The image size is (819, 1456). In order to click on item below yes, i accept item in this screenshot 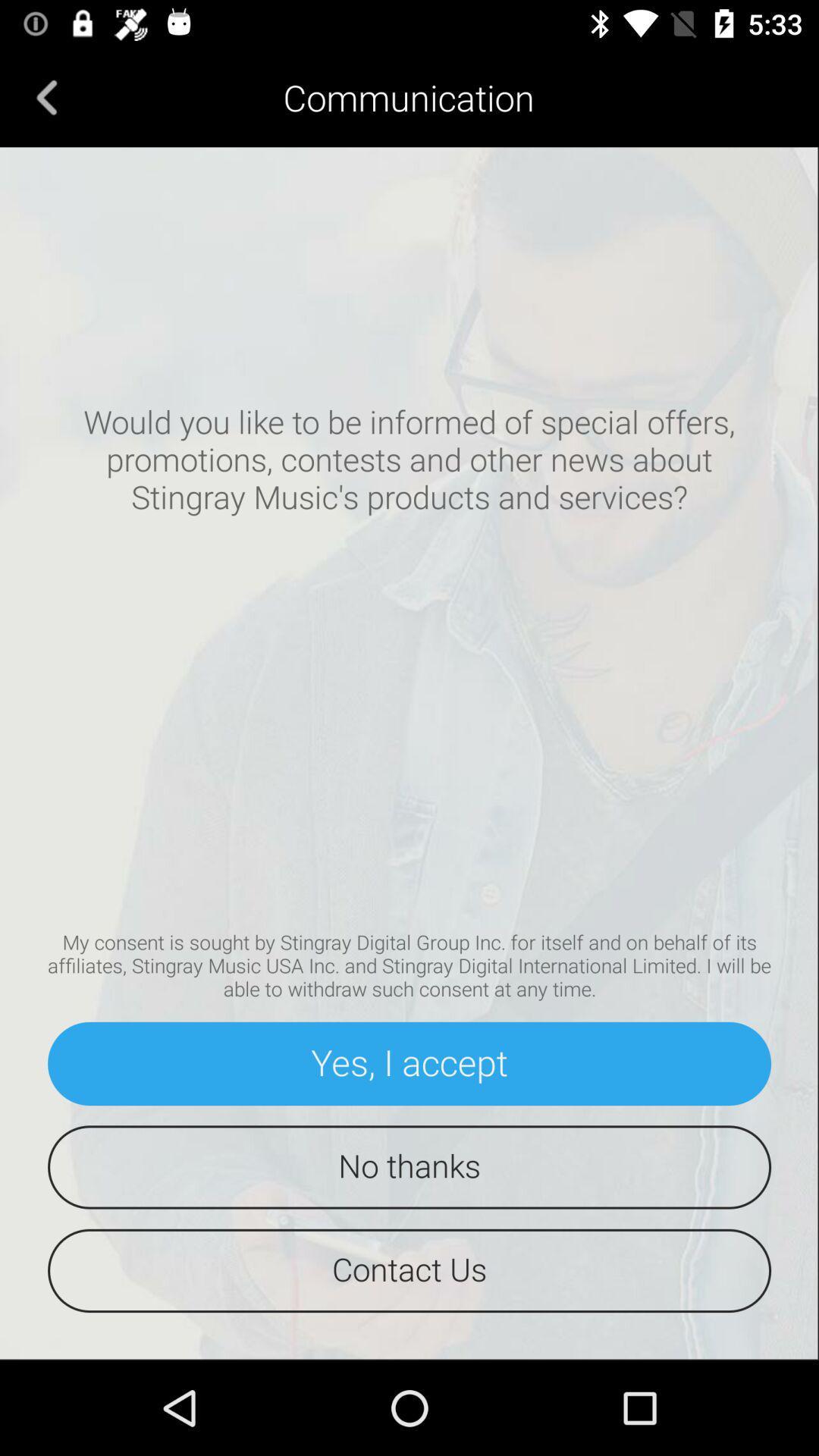, I will do `click(409, 1166)`.